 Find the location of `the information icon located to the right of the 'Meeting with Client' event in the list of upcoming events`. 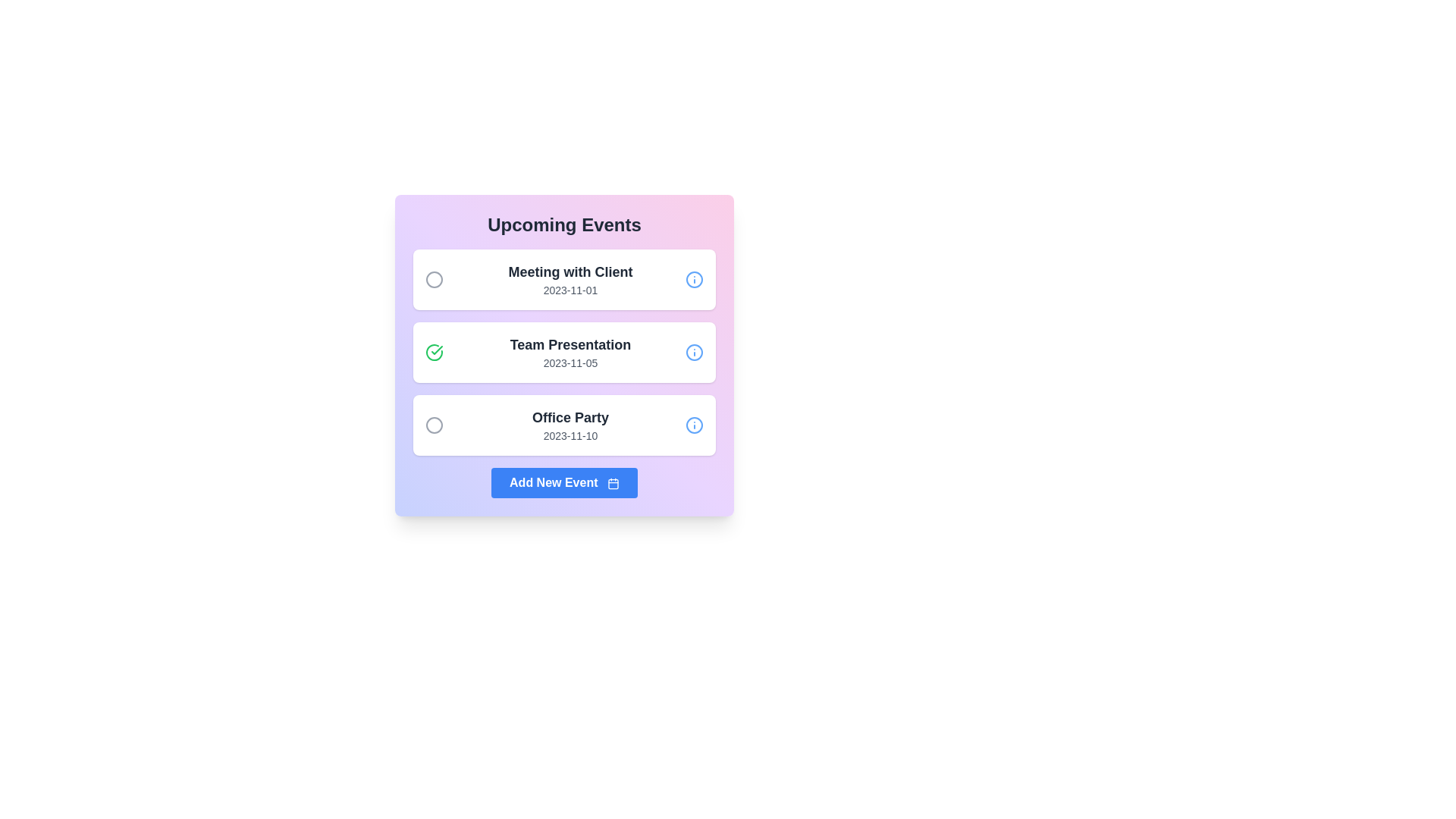

the information icon located to the right of the 'Meeting with Client' event in the list of upcoming events is located at coordinates (694, 280).